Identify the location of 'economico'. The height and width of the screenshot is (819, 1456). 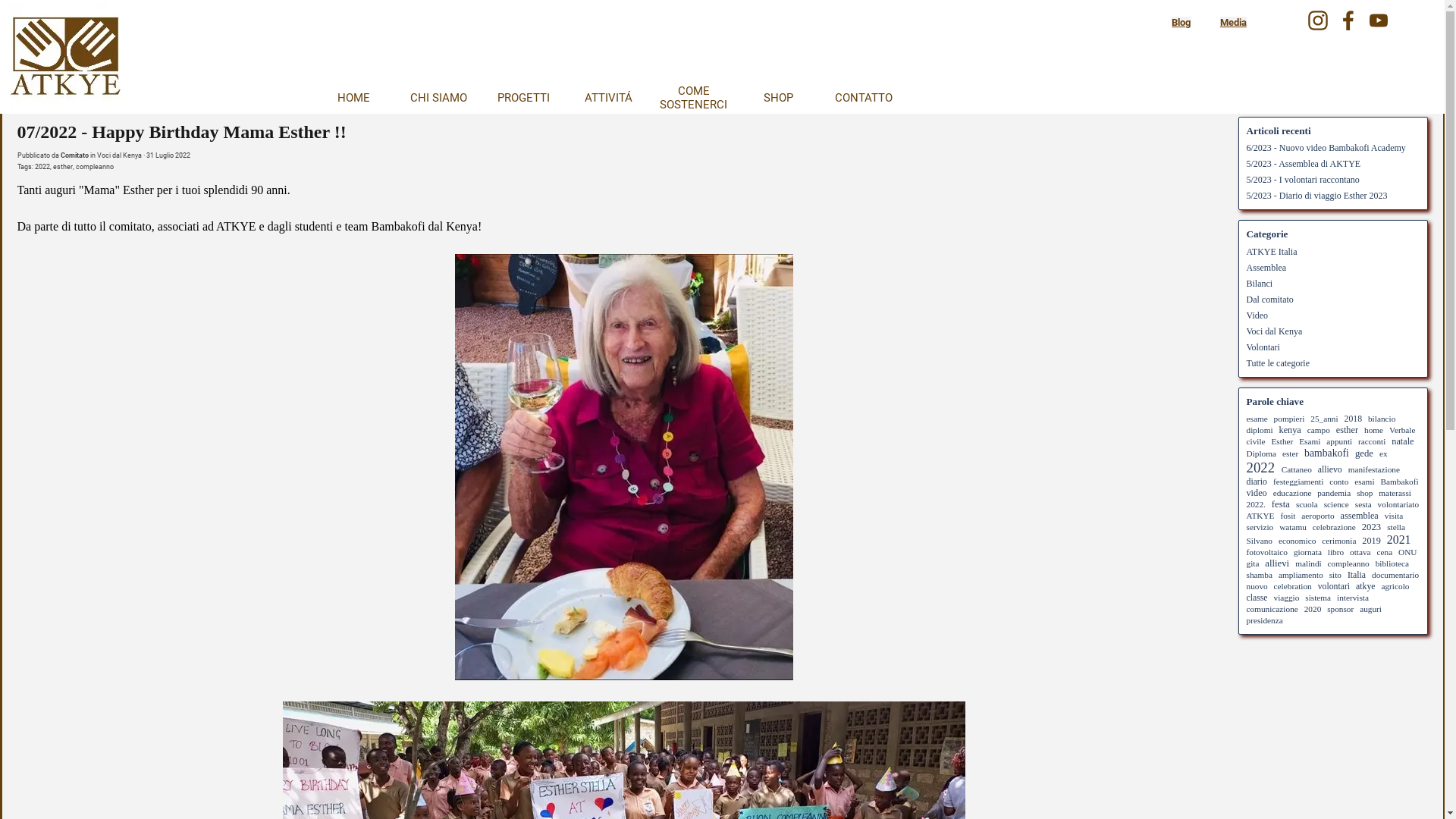
(1296, 540).